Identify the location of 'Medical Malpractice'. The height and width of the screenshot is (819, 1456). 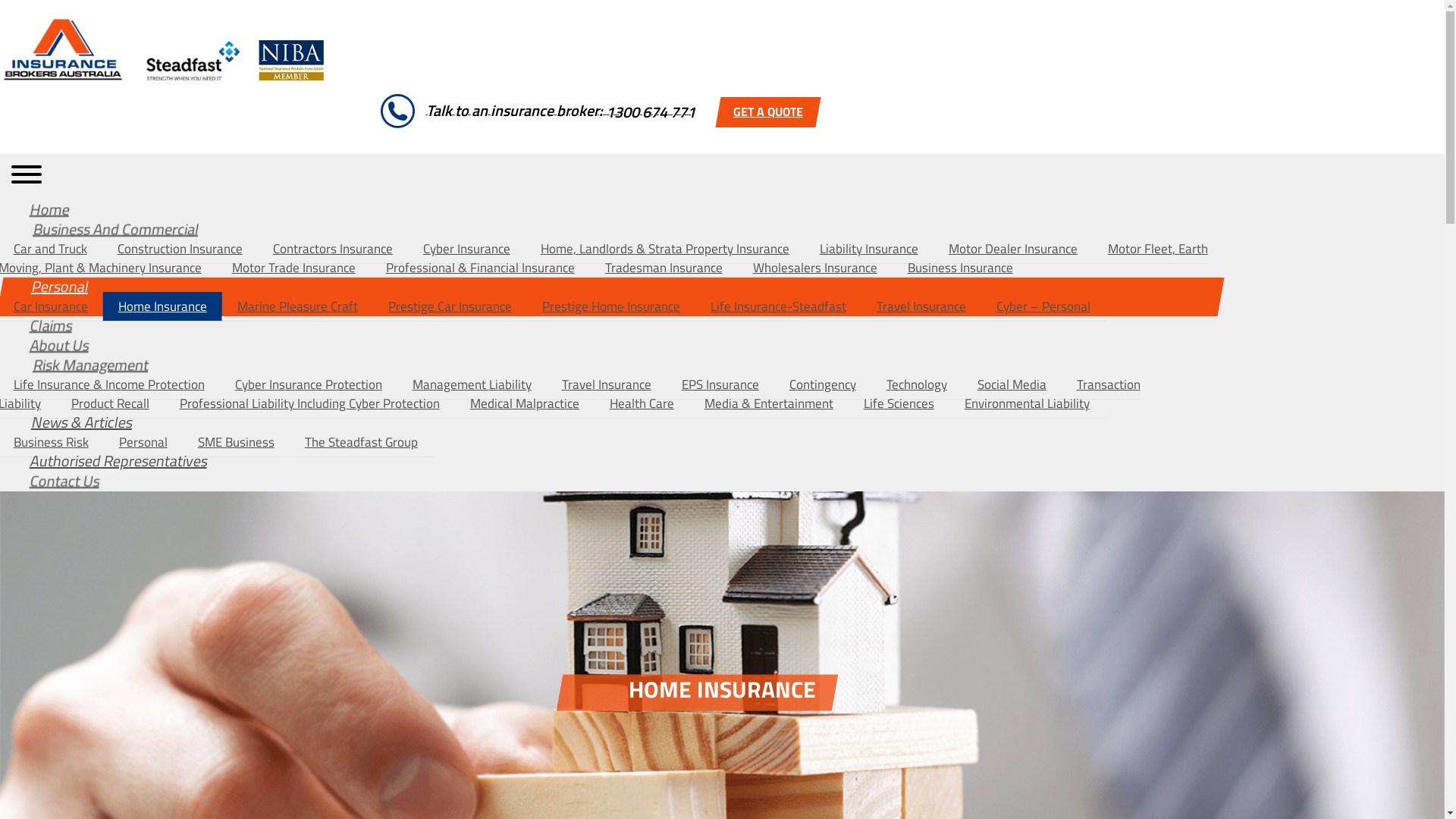
(524, 403).